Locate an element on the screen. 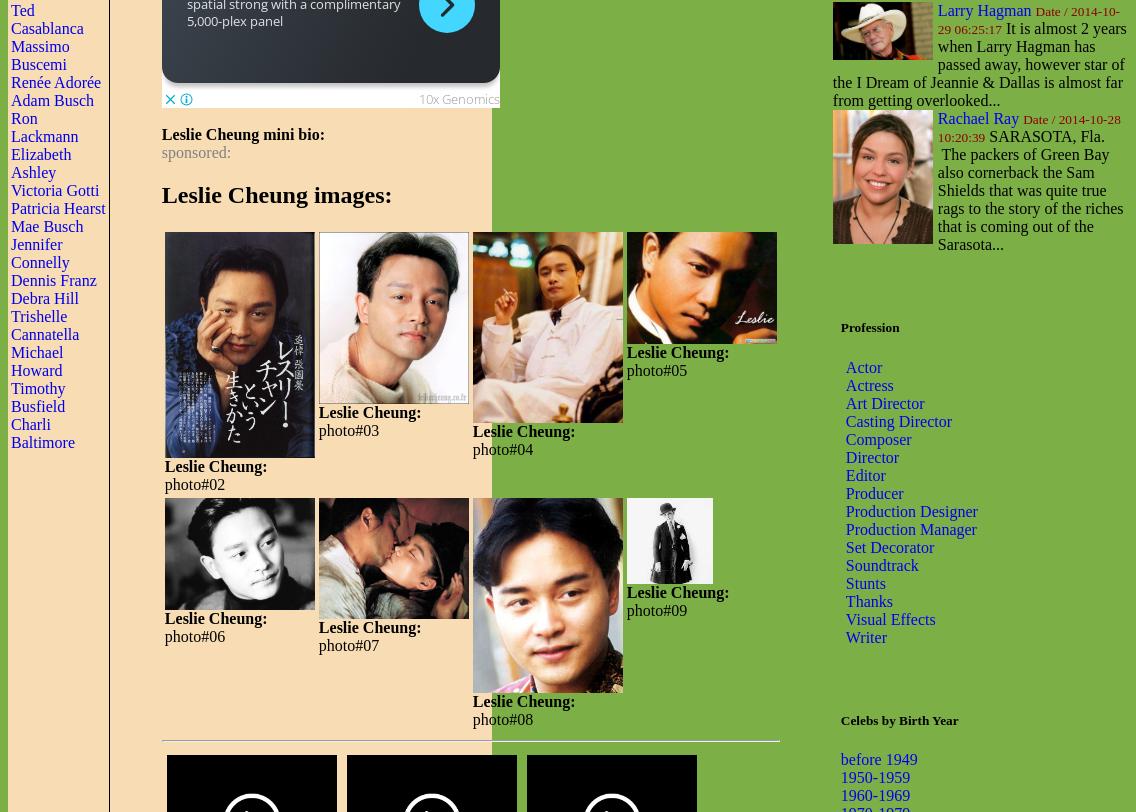 The width and height of the screenshot is (1136, 812). 'Profession' is located at coordinates (869, 327).